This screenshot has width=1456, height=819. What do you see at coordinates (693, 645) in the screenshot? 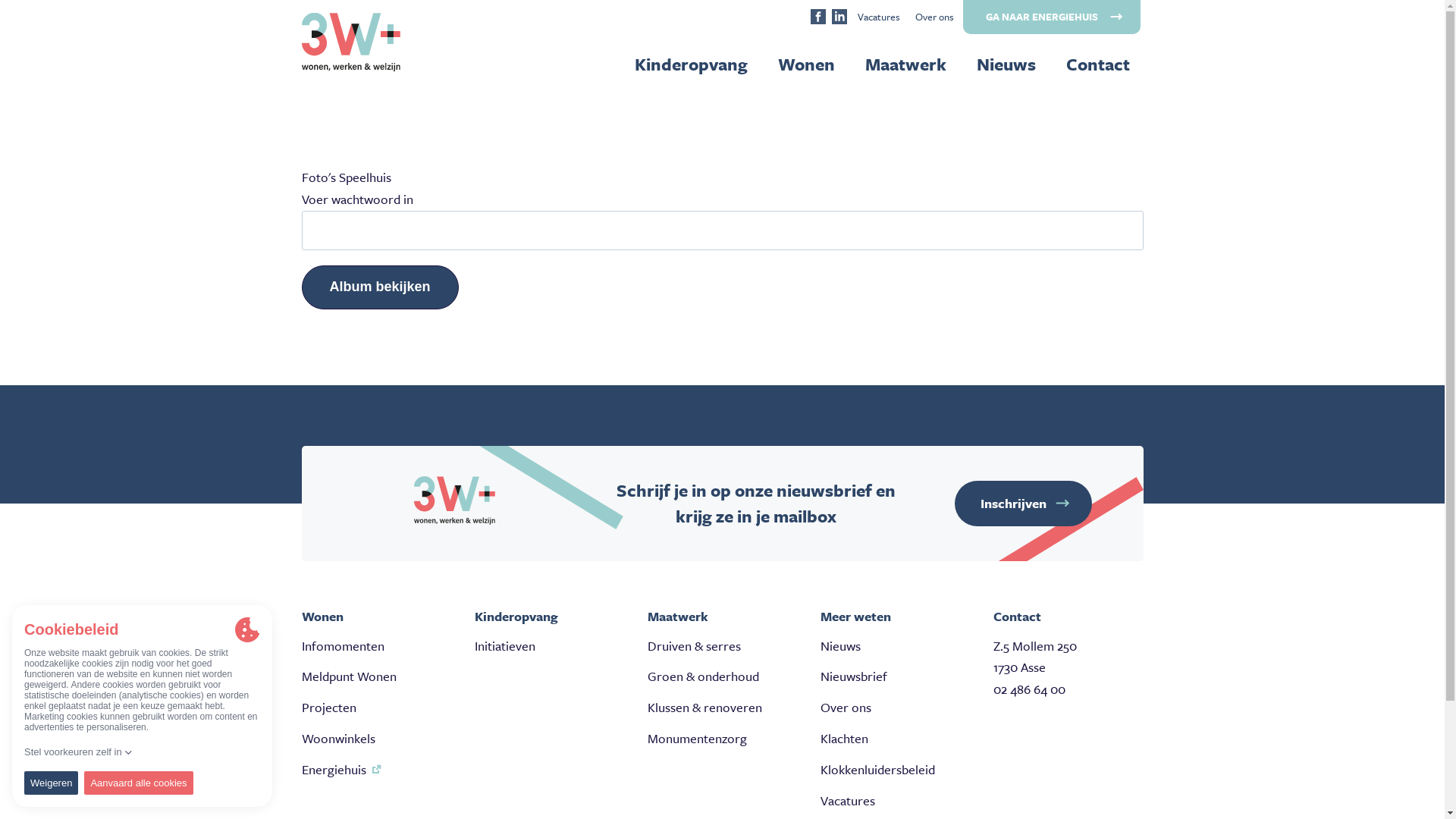
I see `'Druiven & serres'` at bounding box center [693, 645].